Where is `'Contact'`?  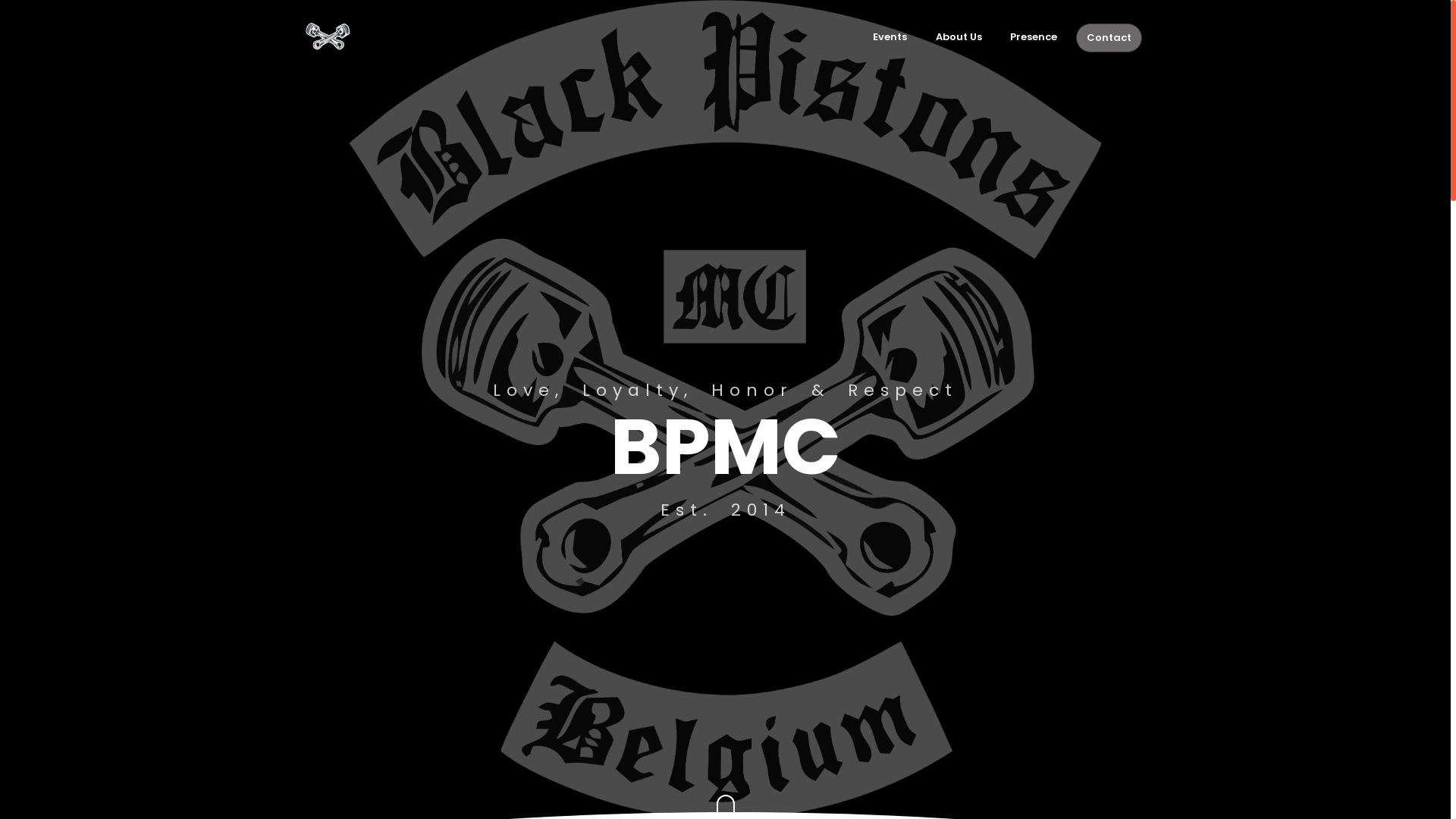 'Contact' is located at coordinates (1109, 37).